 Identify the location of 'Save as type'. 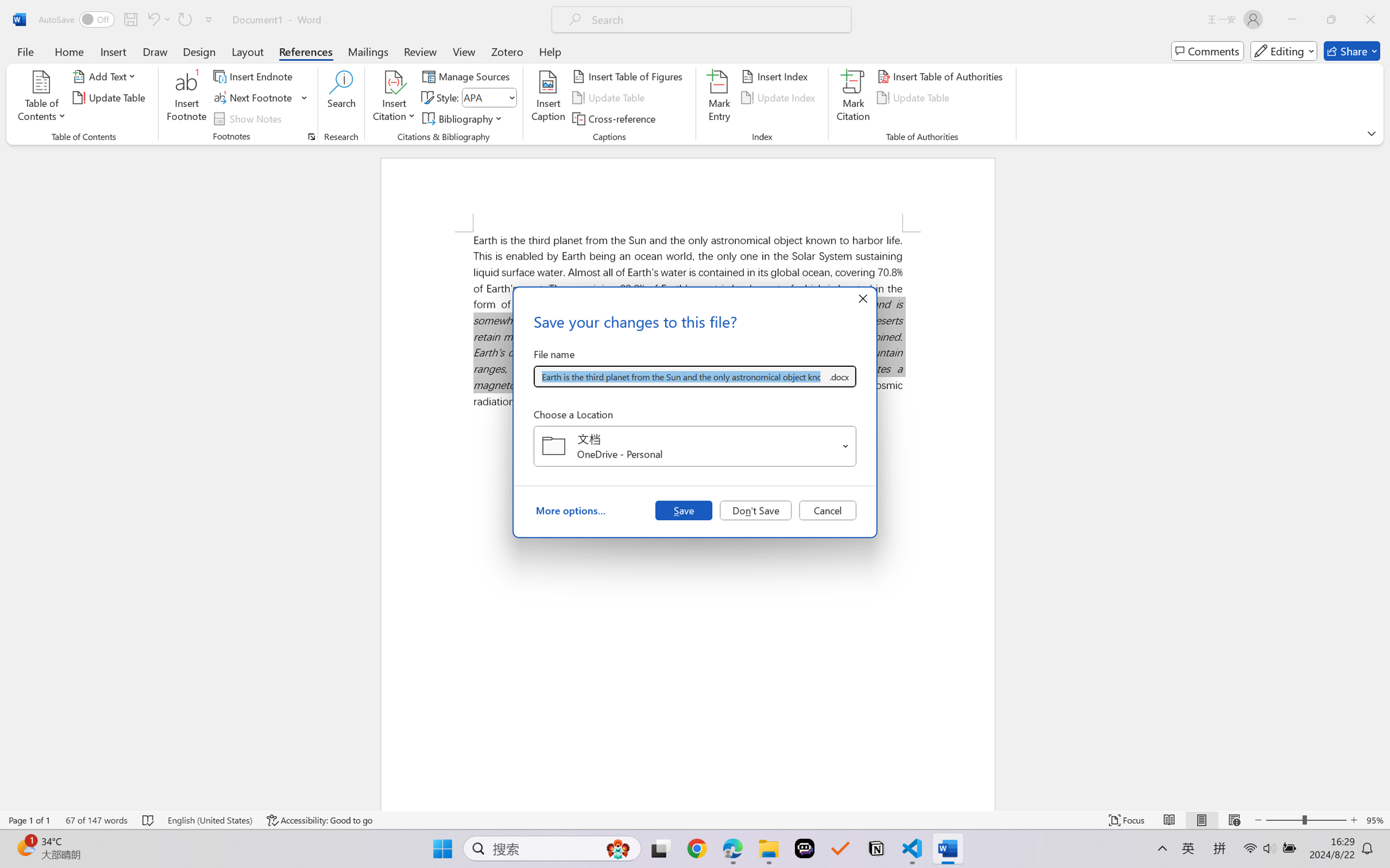
(838, 377).